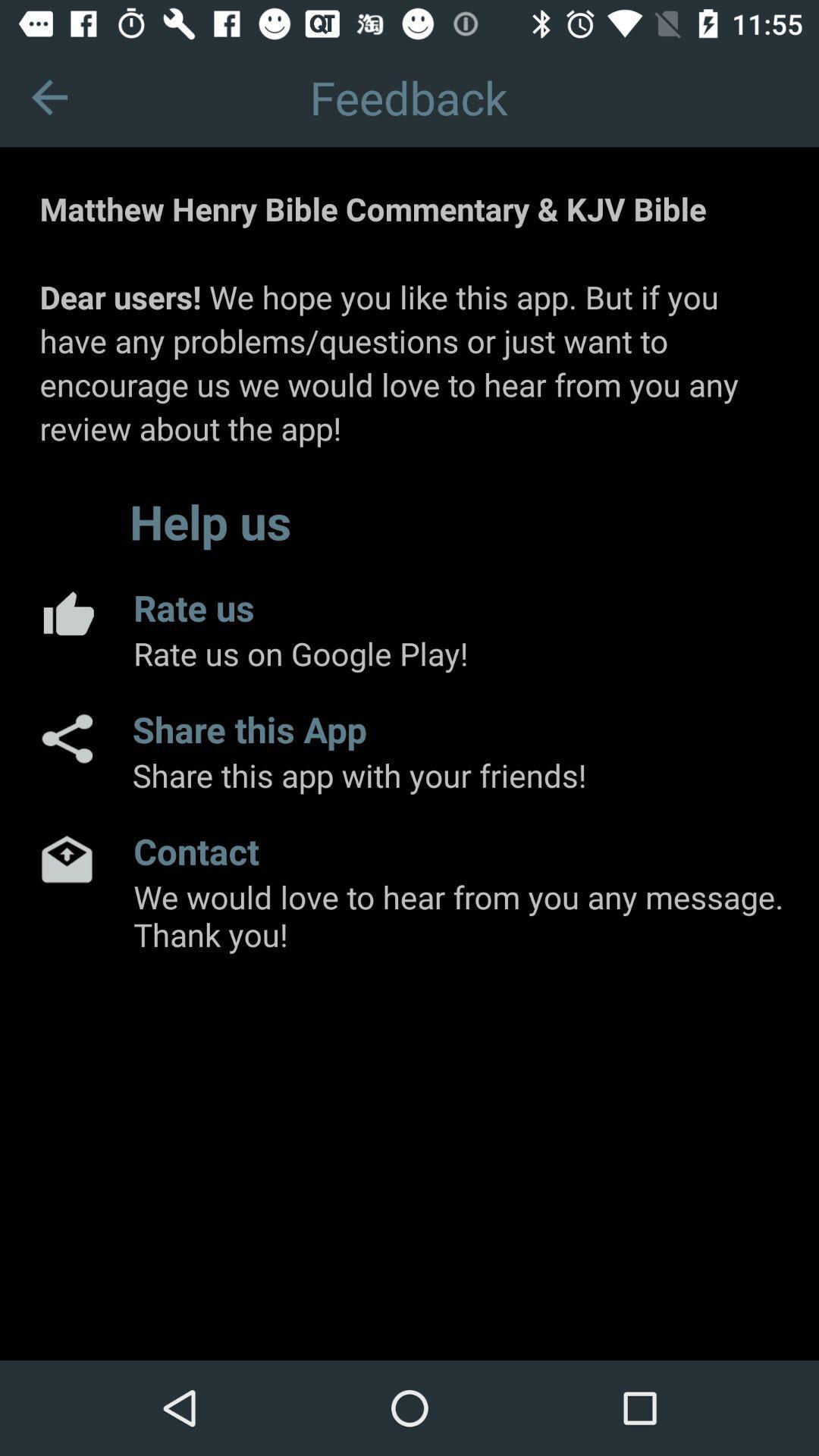  I want to click on rate the app, so click(66, 613).